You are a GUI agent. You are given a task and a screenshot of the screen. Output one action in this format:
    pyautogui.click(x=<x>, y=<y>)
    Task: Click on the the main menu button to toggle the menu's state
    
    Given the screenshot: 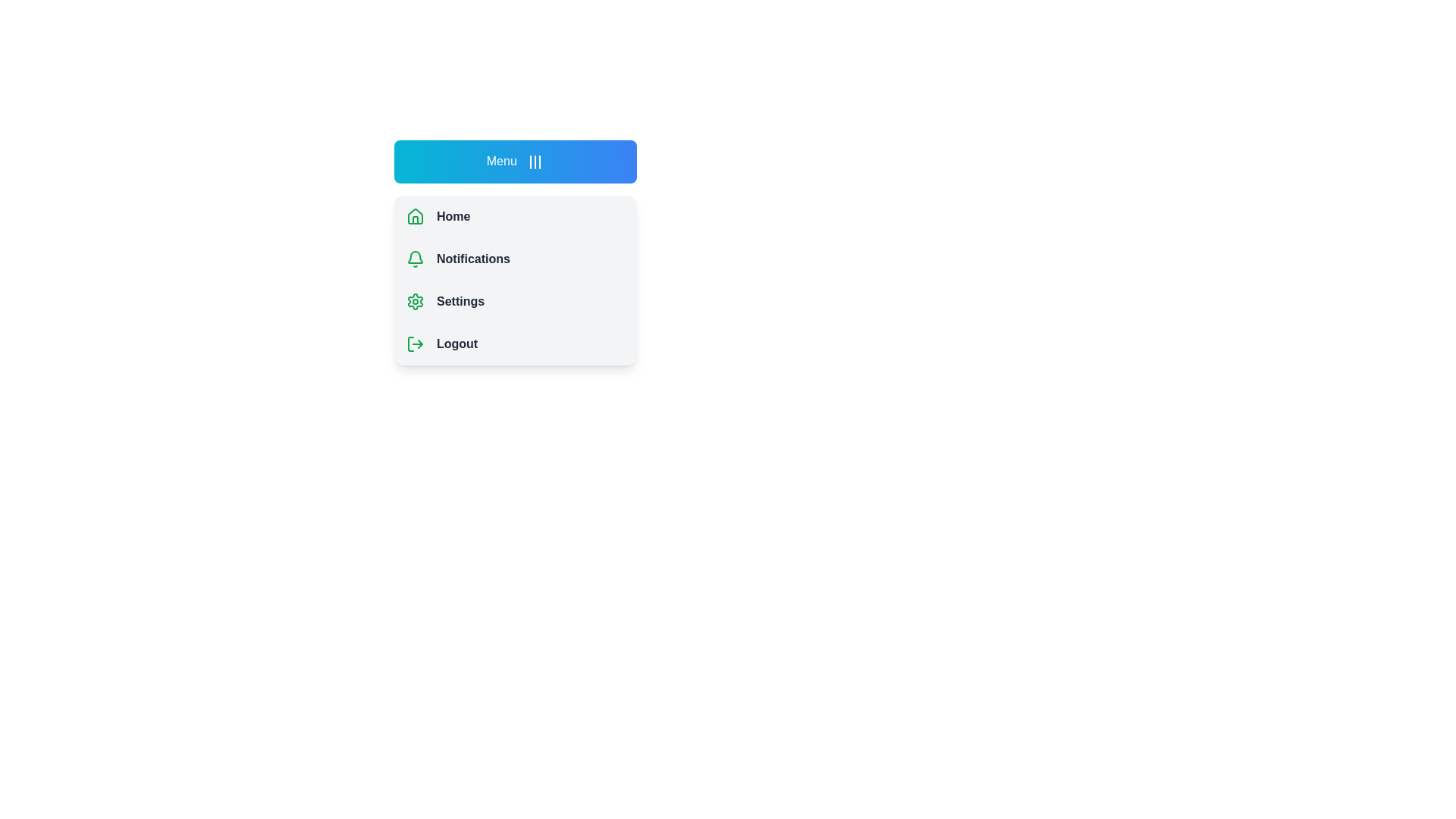 What is the action you would take?
    pyautogui.click(x=516, y=161)
    